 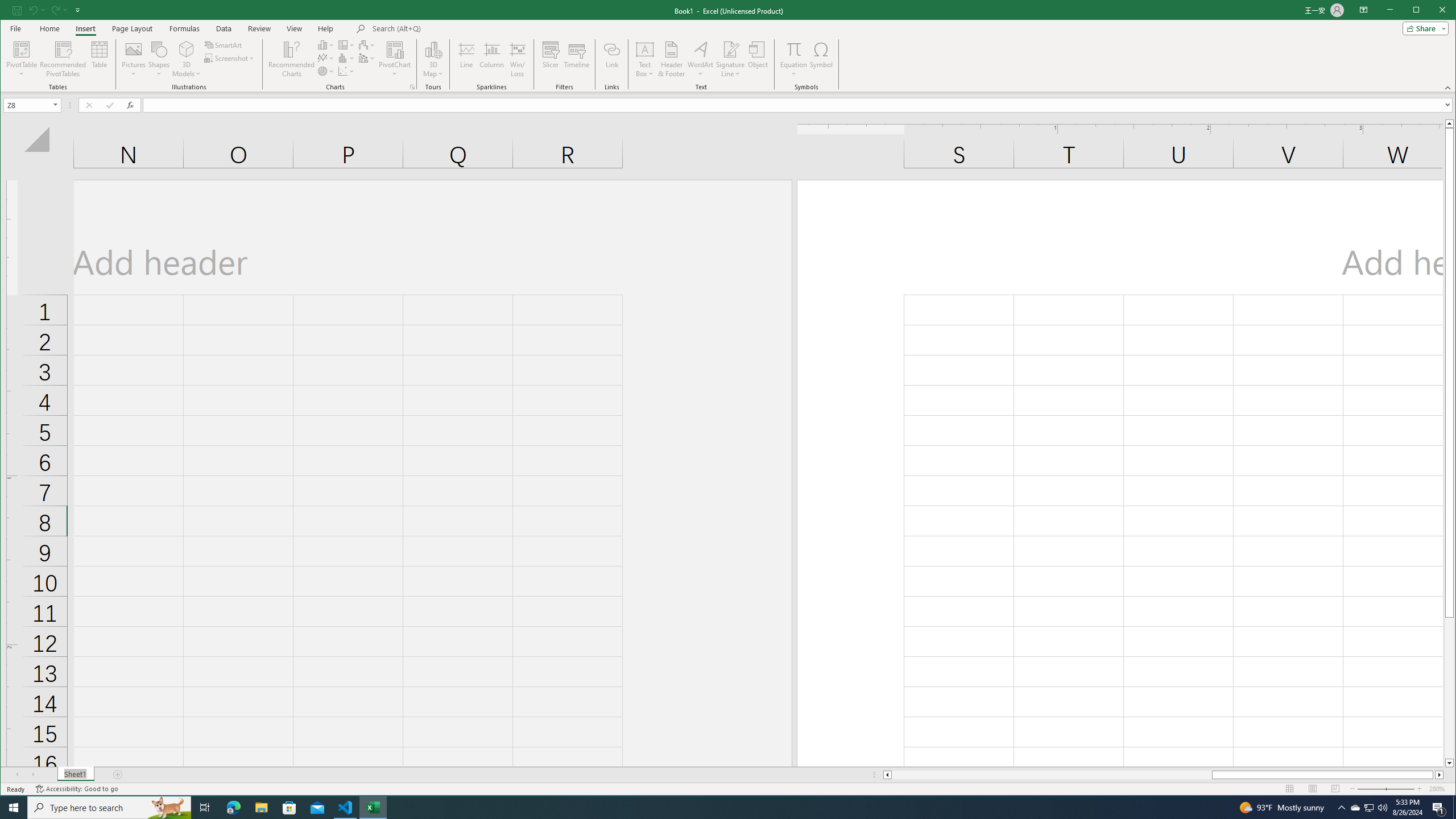 I want to click on 'Insert Waterfall, Funnel, Stock, Surface, or Radar Chart', so click(x=366, y=44).